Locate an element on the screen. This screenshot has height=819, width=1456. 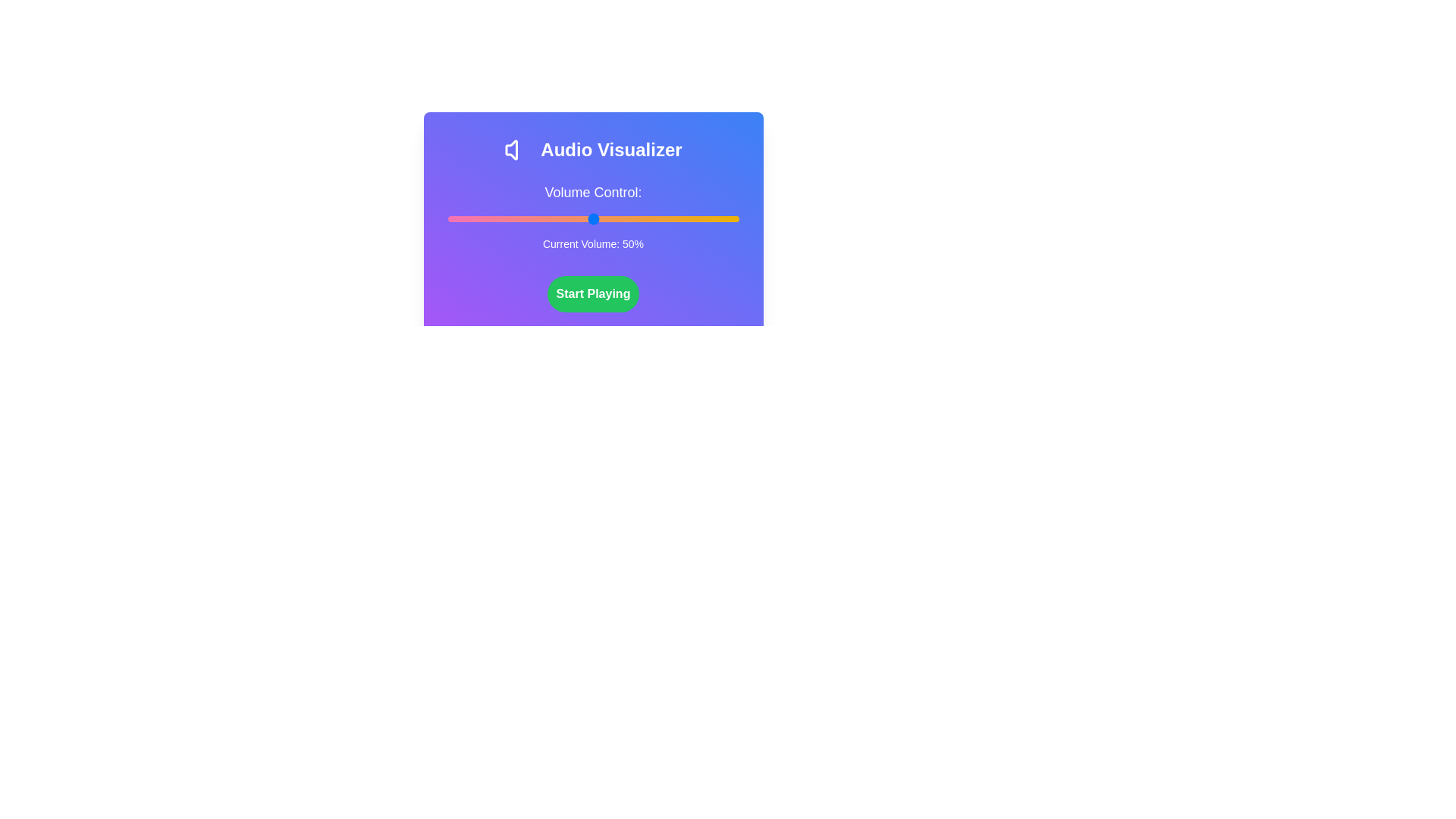
the volume level is located at coordinates (679, 219).